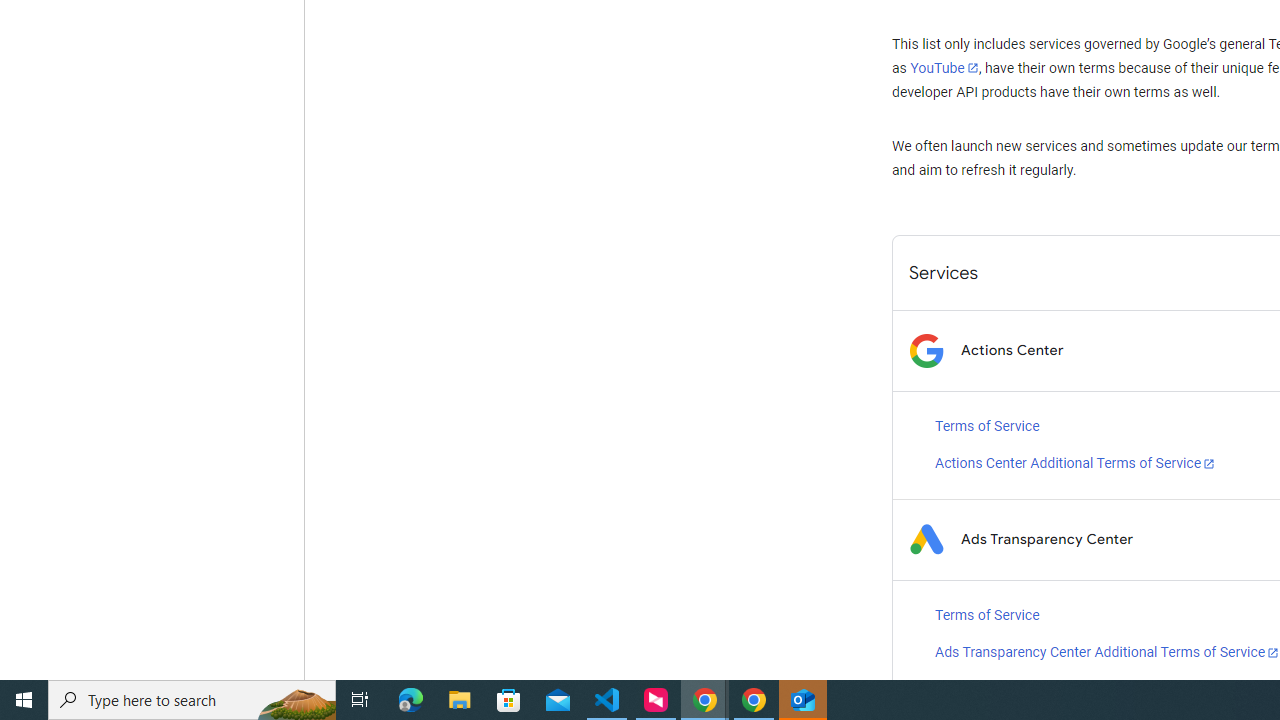 This screenshot has width=1280, height=720. What do you see at coordinates (1074, 464) in the screenshot?
I see `'Actions Center Additional Terms of Service'` at bounding box center [1074, 464].